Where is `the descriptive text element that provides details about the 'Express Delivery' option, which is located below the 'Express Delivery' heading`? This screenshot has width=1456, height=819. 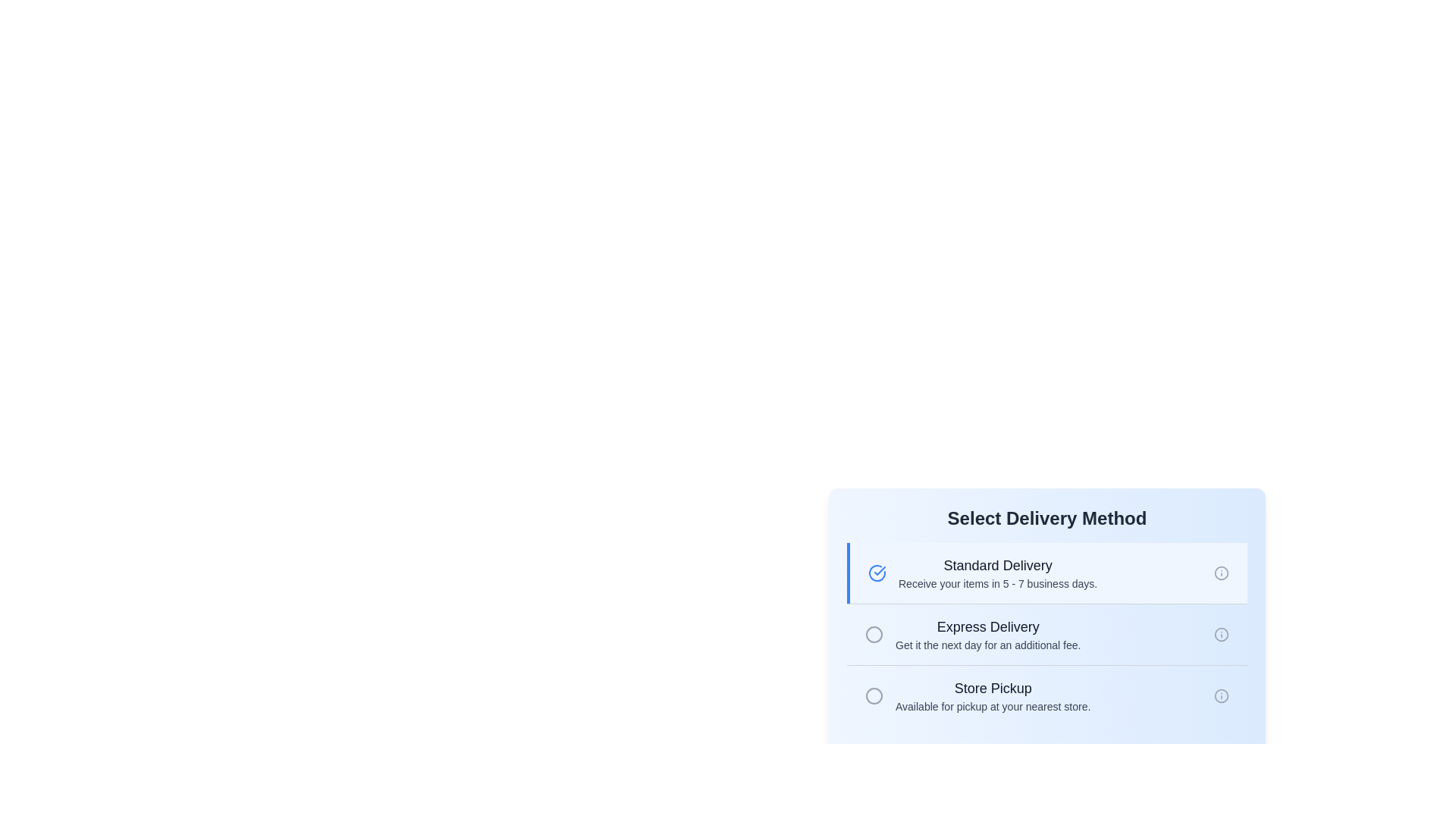
the descriptive text element that provides details about the 'Express Delivery' option, which is located below the 'Express Delivery' heading is located at coordinates (988, 645).